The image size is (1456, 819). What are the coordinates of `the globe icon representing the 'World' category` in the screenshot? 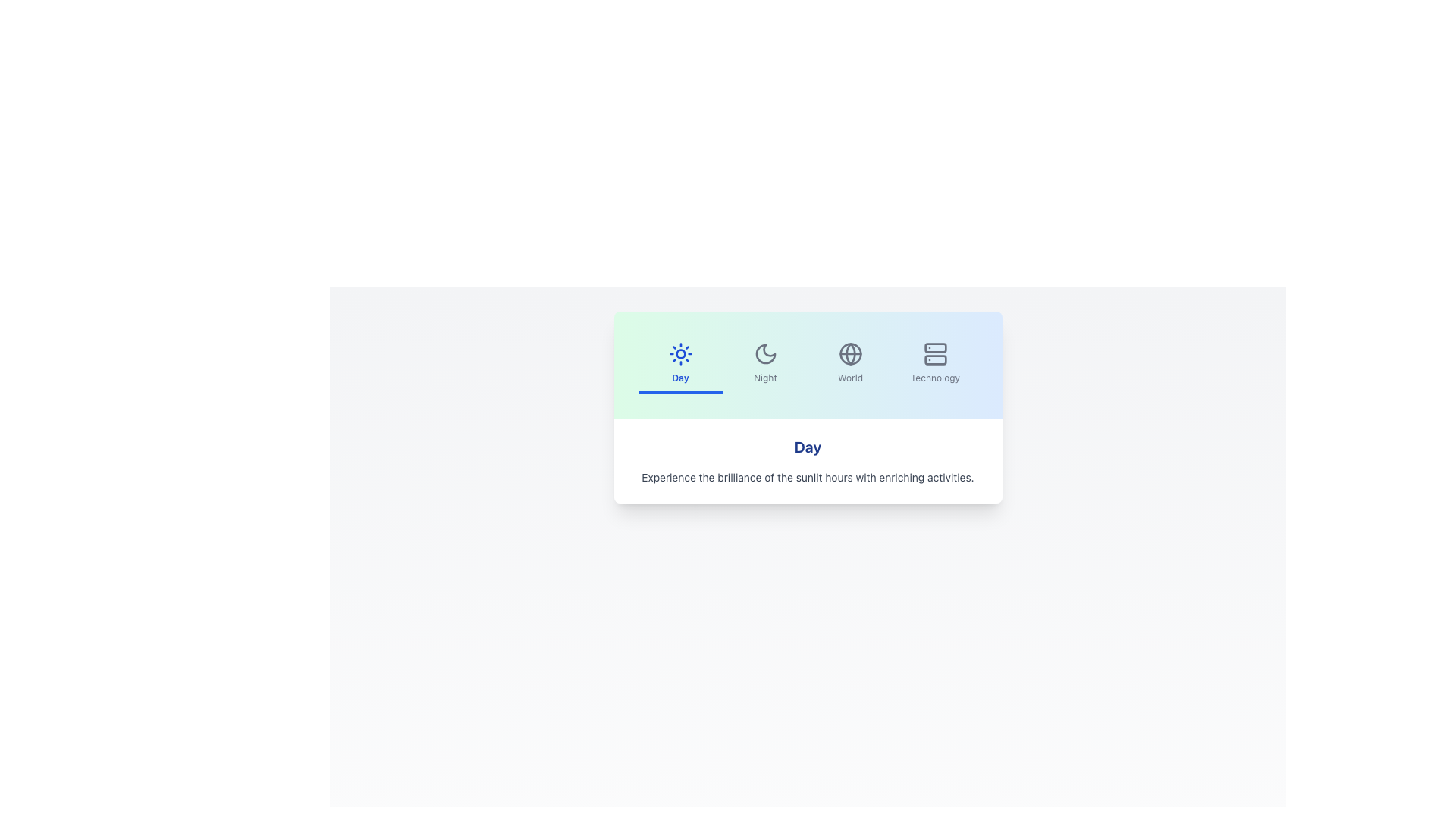 It's located at (850, 353).